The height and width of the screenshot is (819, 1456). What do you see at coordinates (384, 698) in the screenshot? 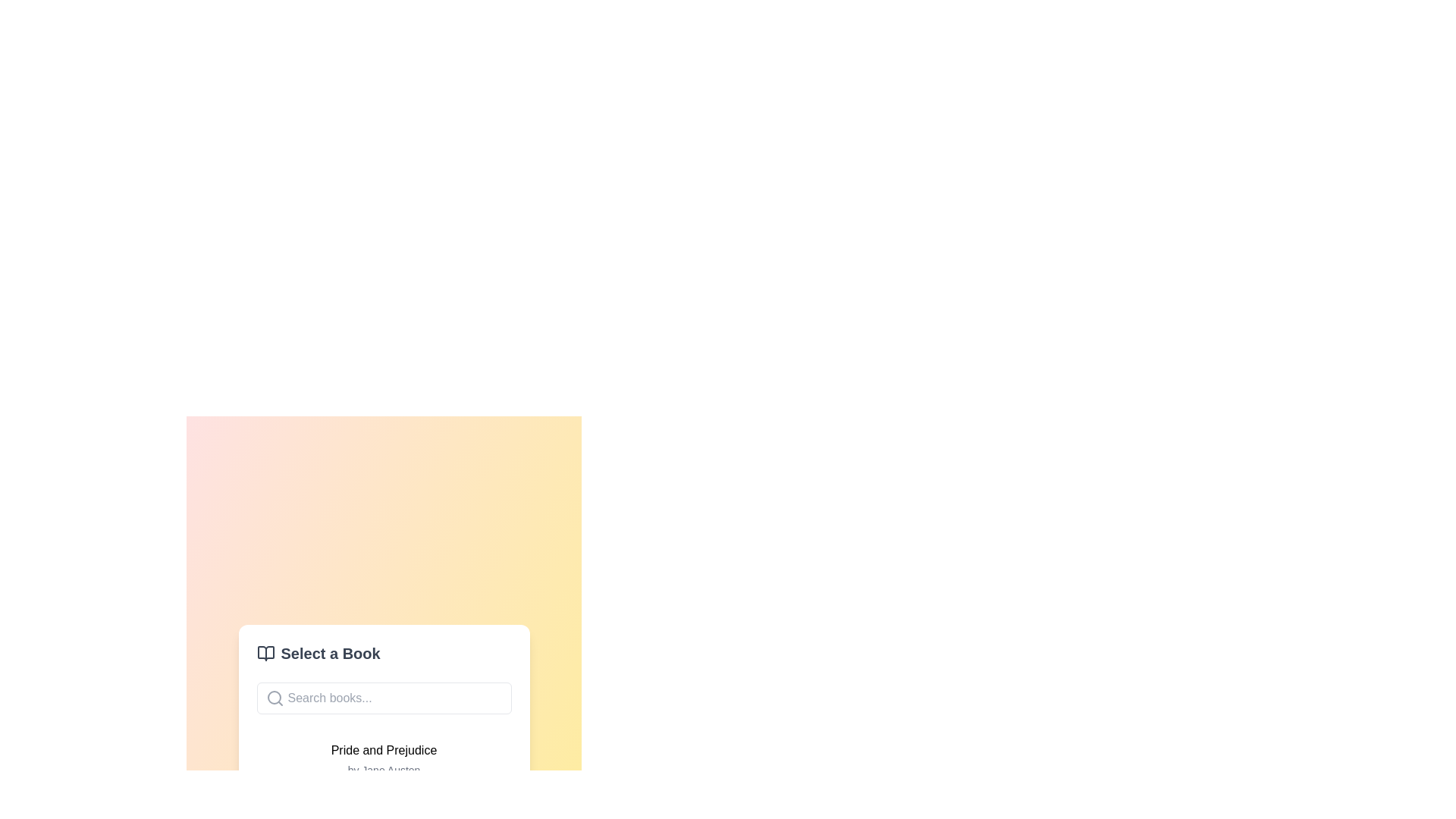
I see `to focus the search input box located below the 'Select a Book' title, which allows users to type in search queries for books` at bounding box center [384, 698].